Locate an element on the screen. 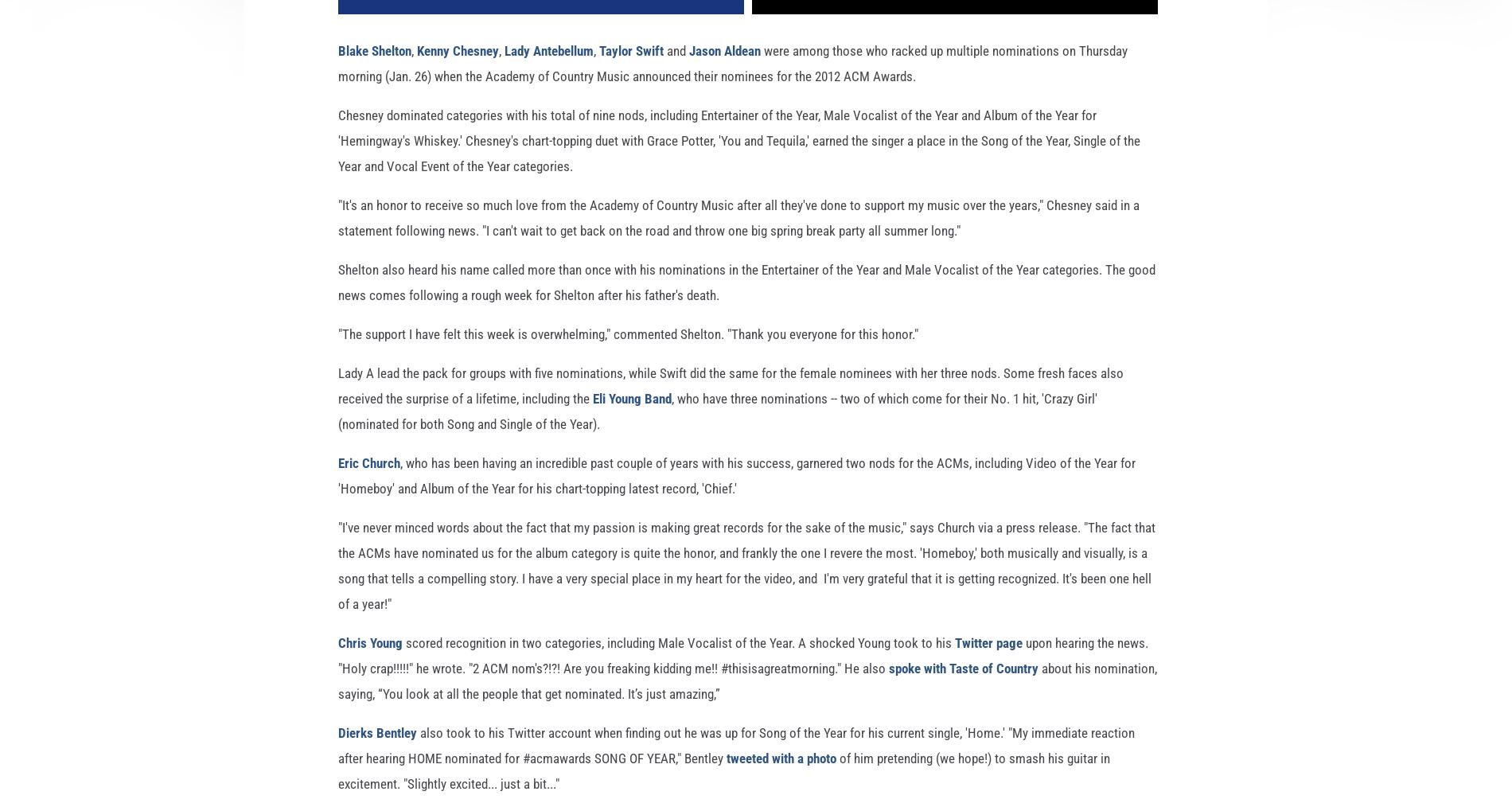 The height and width of the screenshot is (811, 1512). 'spoke with Taste of Country' is located at coordinates (963, 692).